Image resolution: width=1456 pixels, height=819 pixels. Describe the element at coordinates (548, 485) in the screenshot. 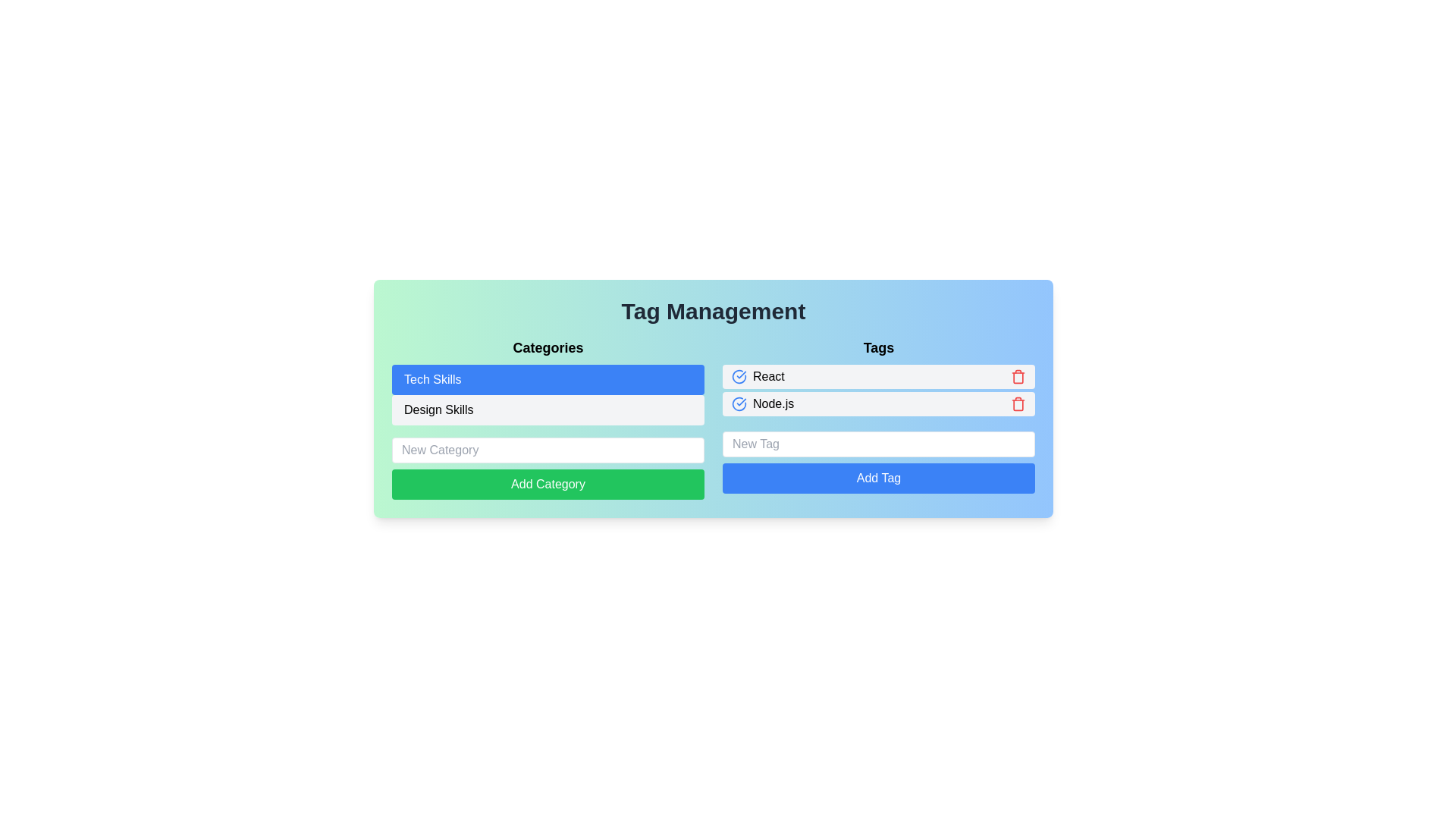

I see `the rectangular button with a green background and white text that reads 'Add Category' located at the bottom of the 'Categories' section` at that location.